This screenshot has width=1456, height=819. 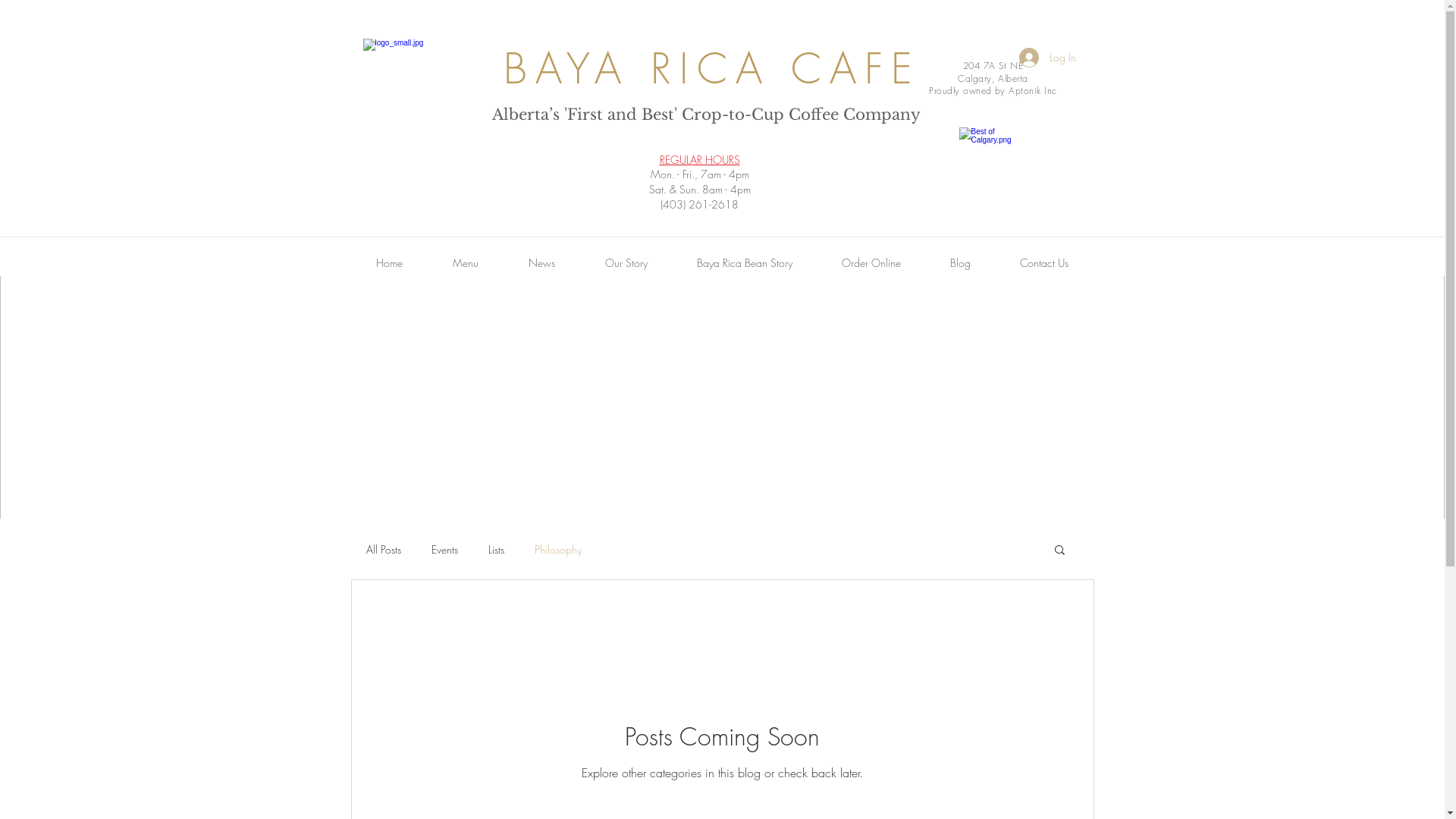 I want to click on 'Blog', so click(x=959, y=262).